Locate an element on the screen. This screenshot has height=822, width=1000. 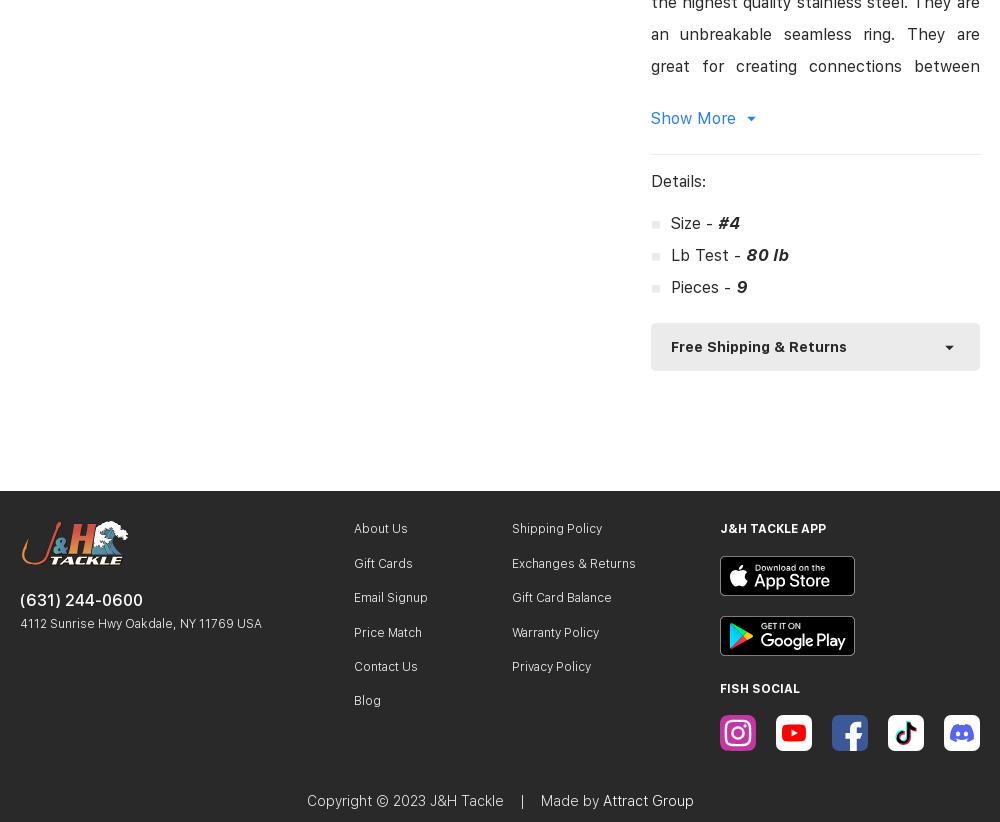
'Models: 5195-406-#4,' is located at coordinates (736, 414).